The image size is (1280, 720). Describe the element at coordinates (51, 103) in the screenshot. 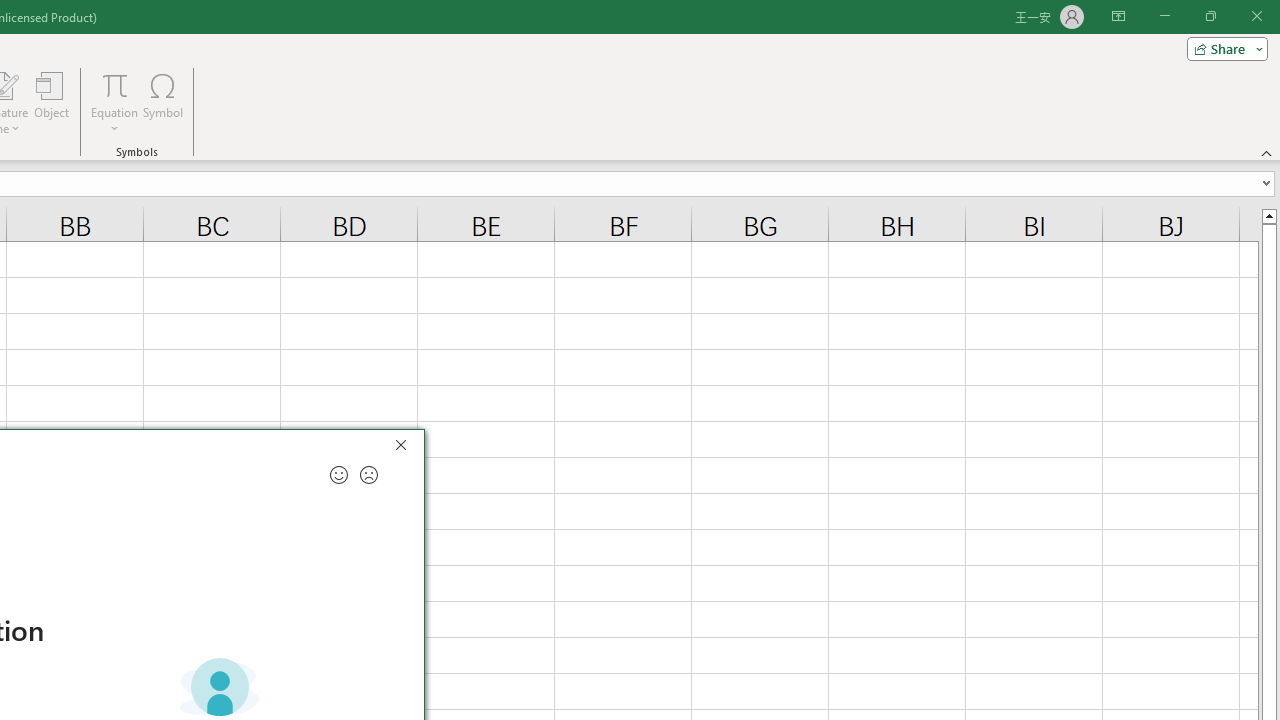

I see `'Object...'` at that location.